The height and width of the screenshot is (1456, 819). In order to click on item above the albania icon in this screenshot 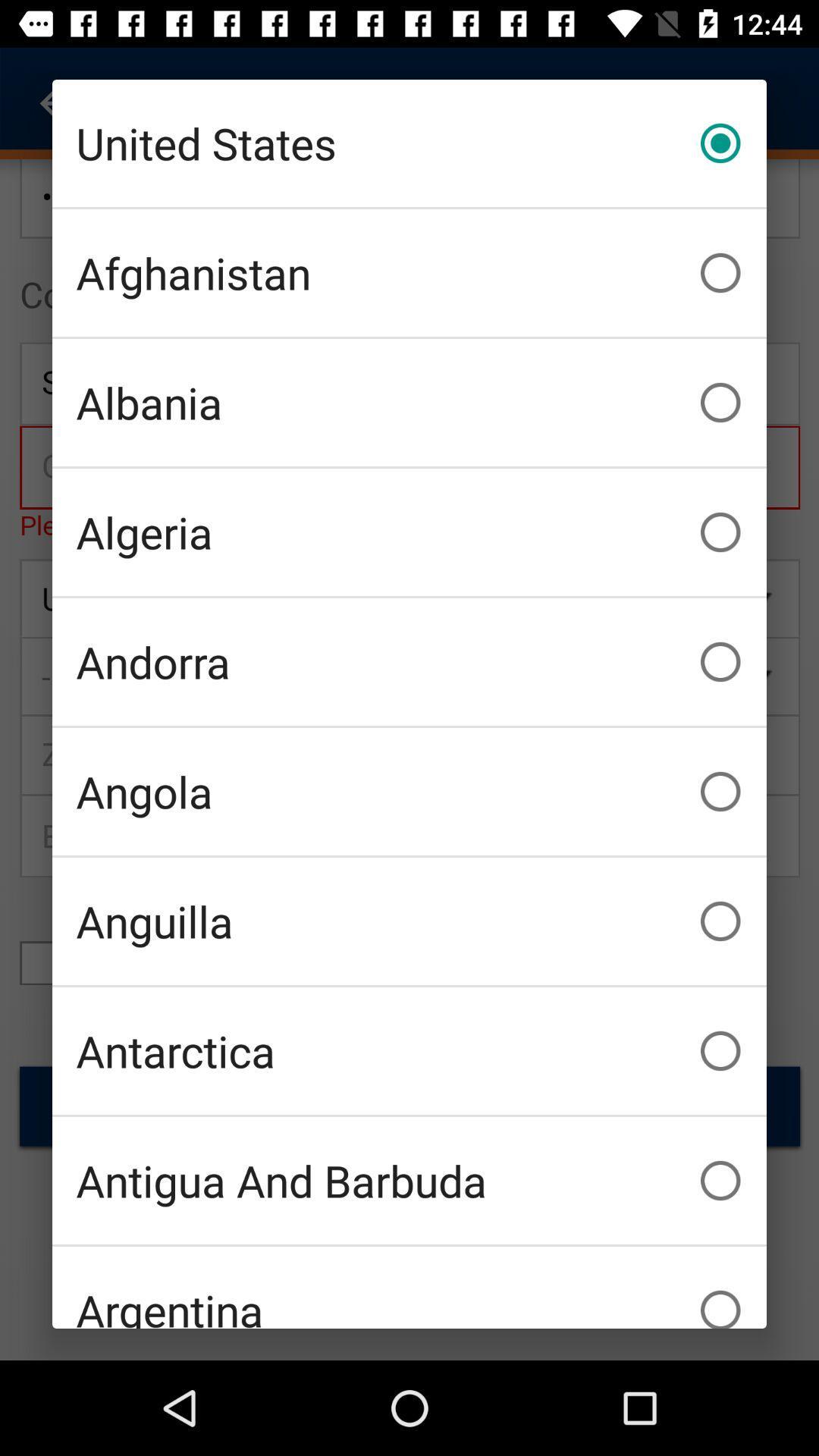, I will do `click(409, 273)`.